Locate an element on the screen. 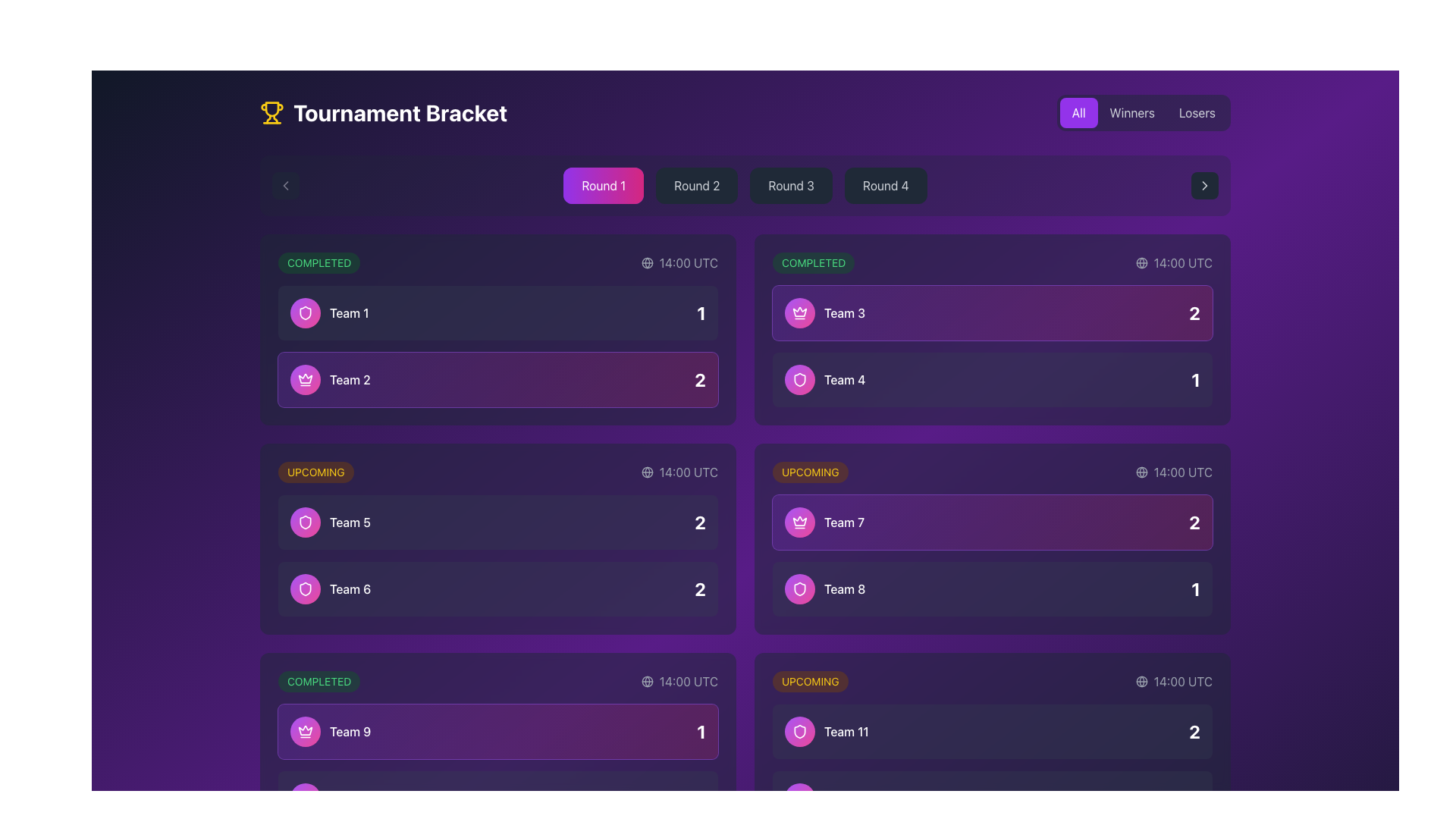 The image size is (1456, 819). static text label that indicates the scheduled time for the event associated with the match, located near a globe icon is located at coordinates (1182, 472).